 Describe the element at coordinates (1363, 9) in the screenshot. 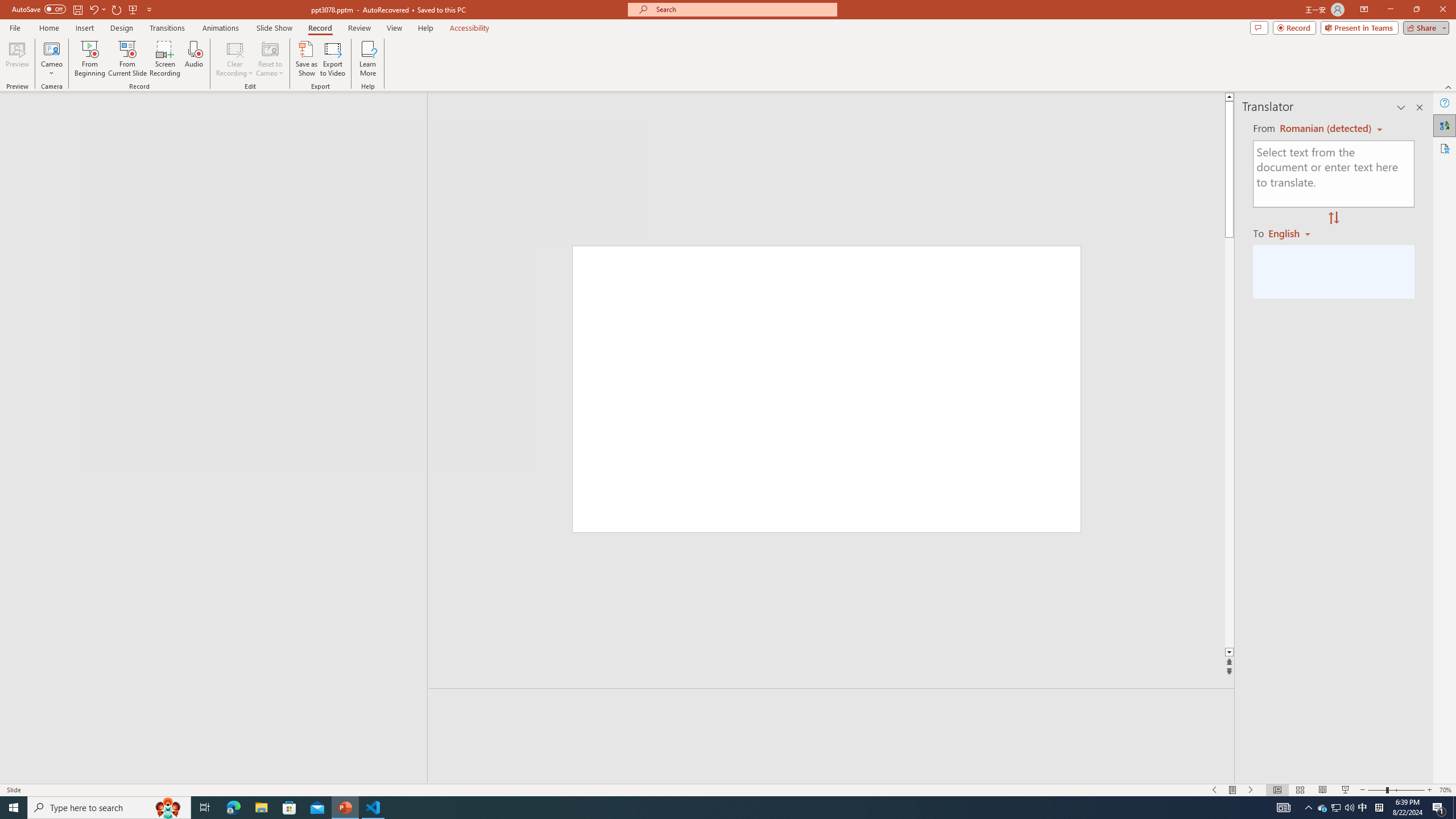

I see `'Ribbon Display Options'` at that location.